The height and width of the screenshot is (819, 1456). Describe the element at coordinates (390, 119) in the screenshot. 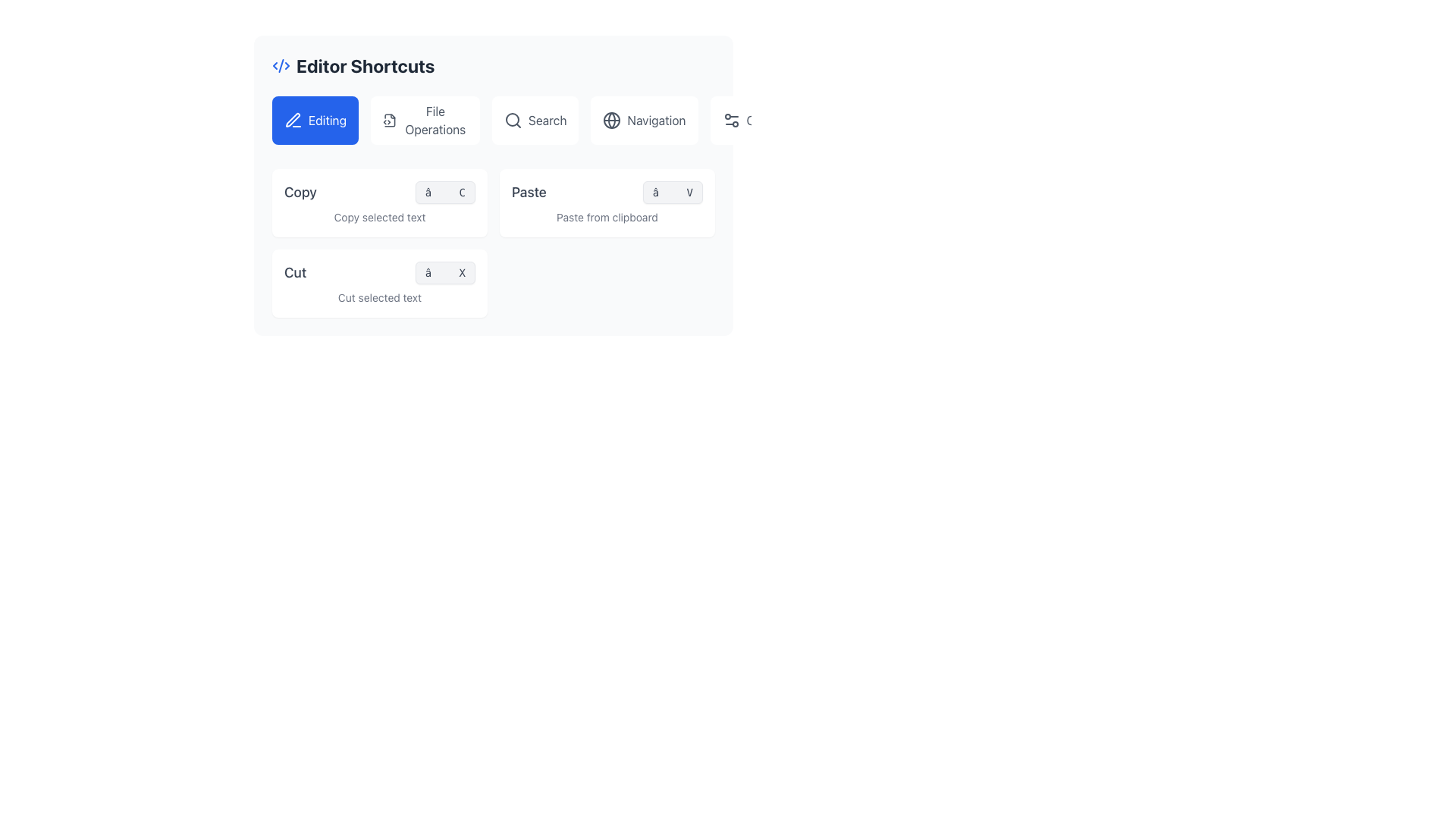

I see `the SVG Icon representing 'File Operations' as a static visual indicator` at that location.